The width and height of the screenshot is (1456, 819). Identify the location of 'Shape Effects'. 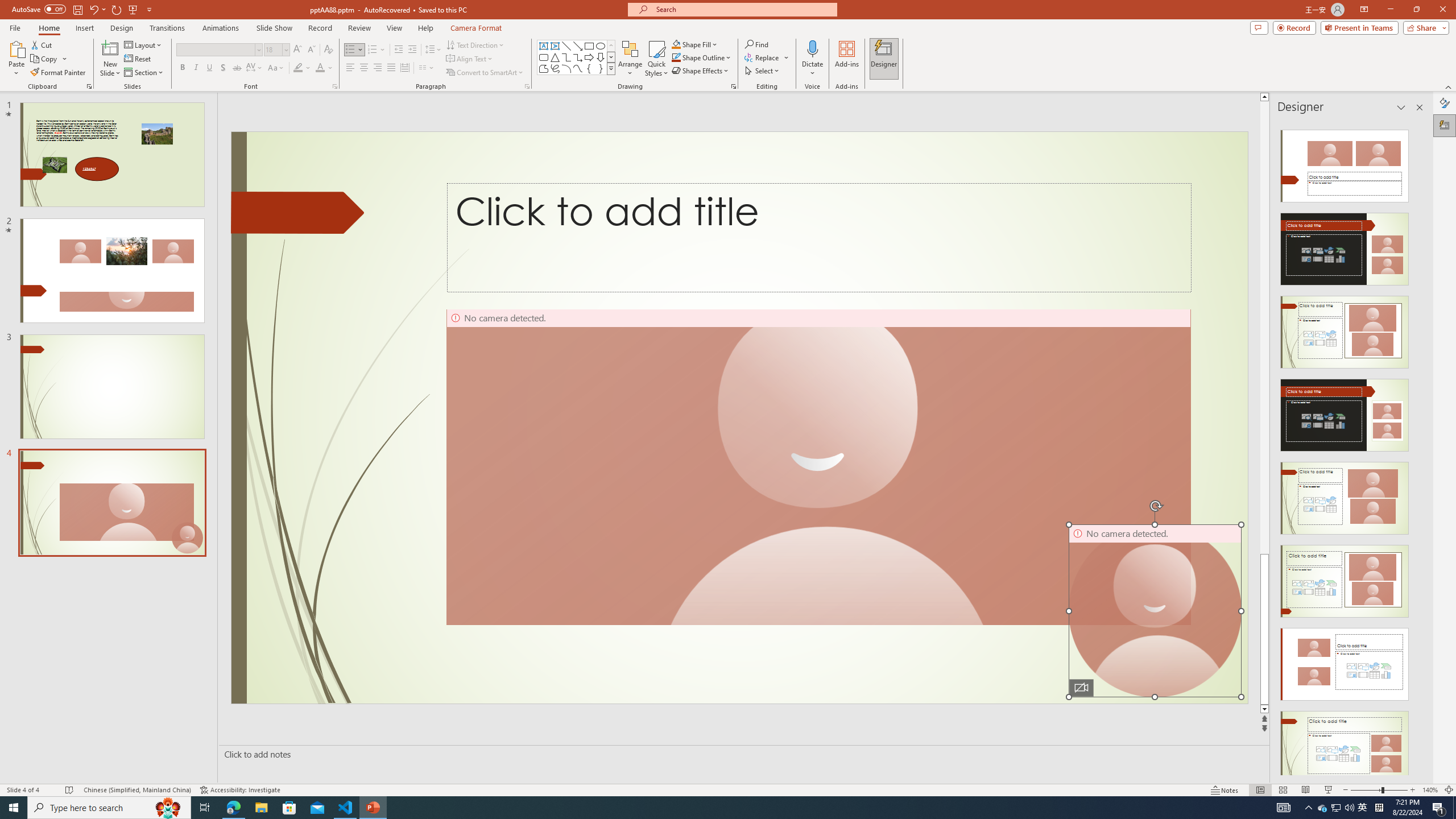
(700, 69).